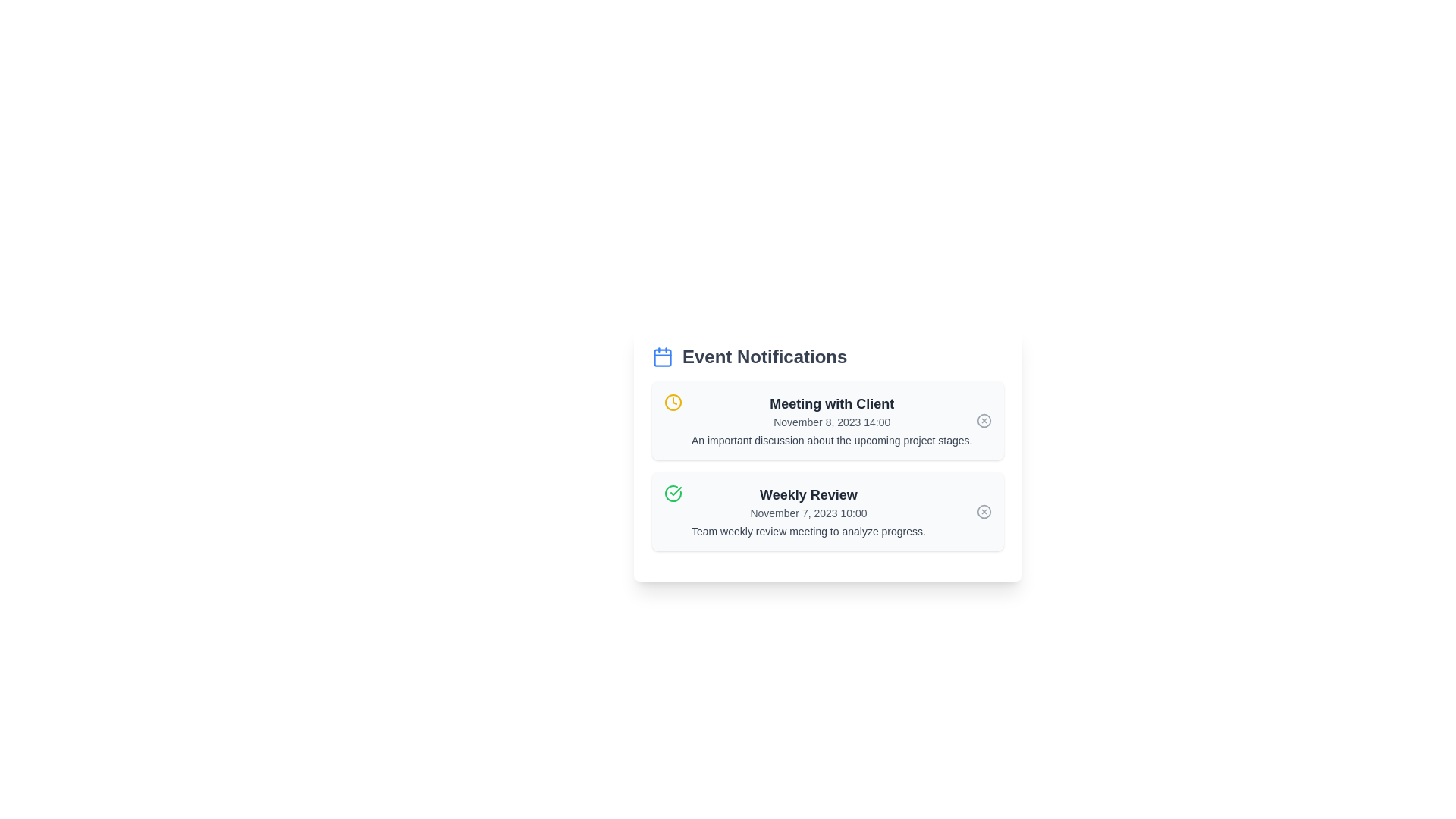 The image size is (1456, 819). What do you see at coordinates (984, 512) in the screenshot?
I see `delete button for the notification titled 'Weekly Review'` at bounding box center [984, 512].